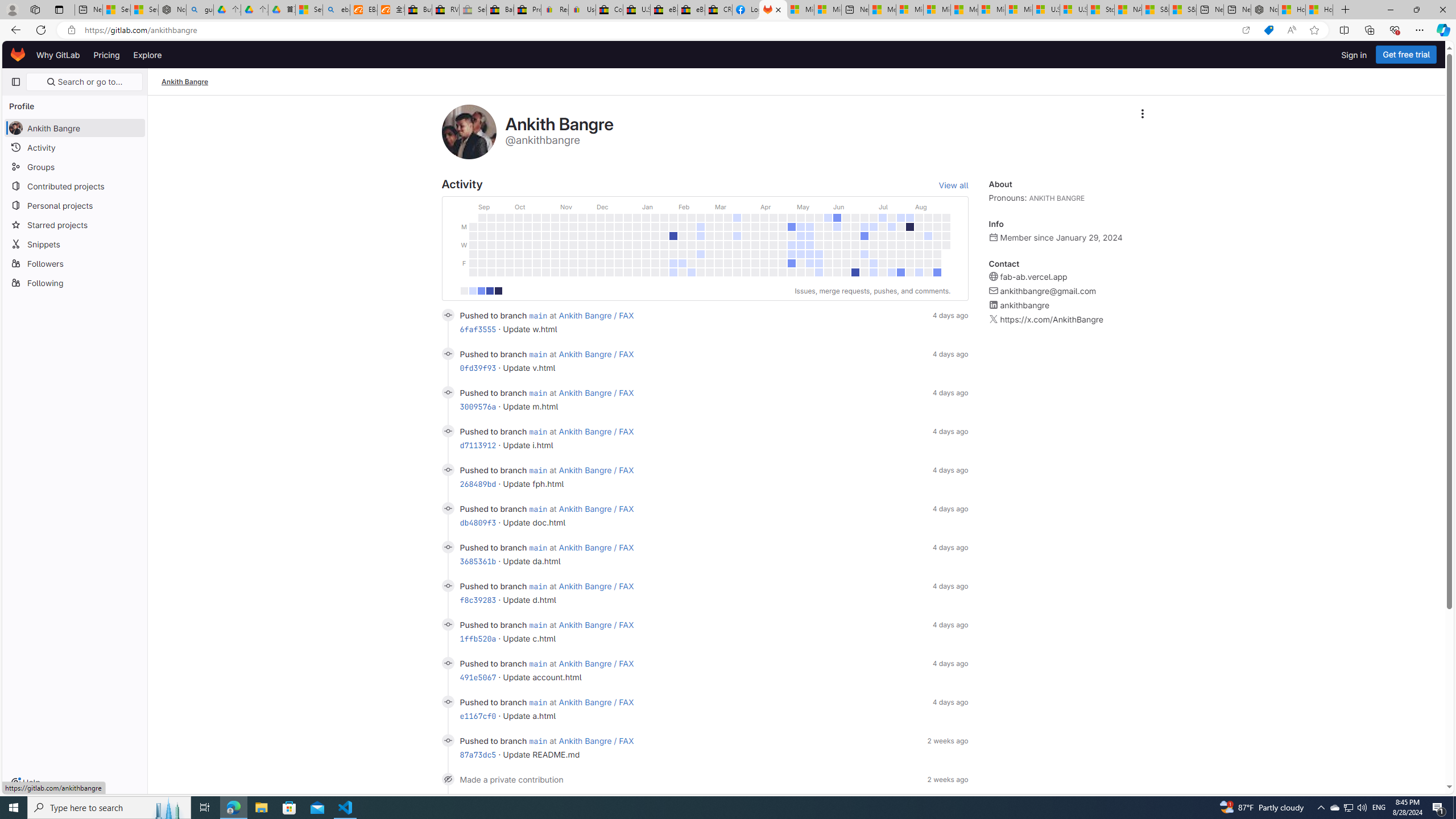 The width and height of the screenshot is (1456, 819). What do you see at coordinates (1246, 30) in the screenshot?
I see `'Open in app'` at bounding box center [1246, 30].